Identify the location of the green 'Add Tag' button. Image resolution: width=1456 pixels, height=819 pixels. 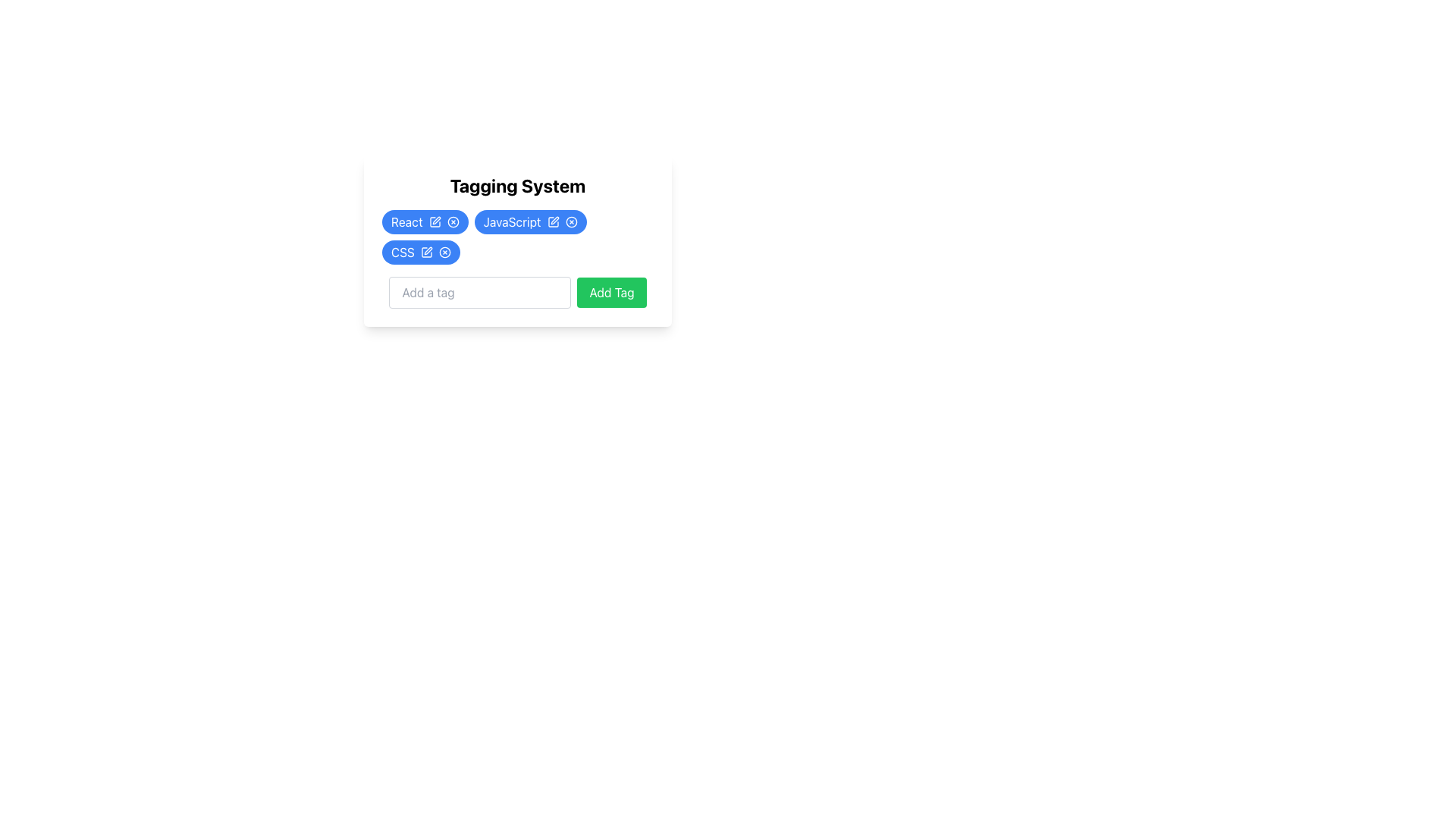
(611, 292).